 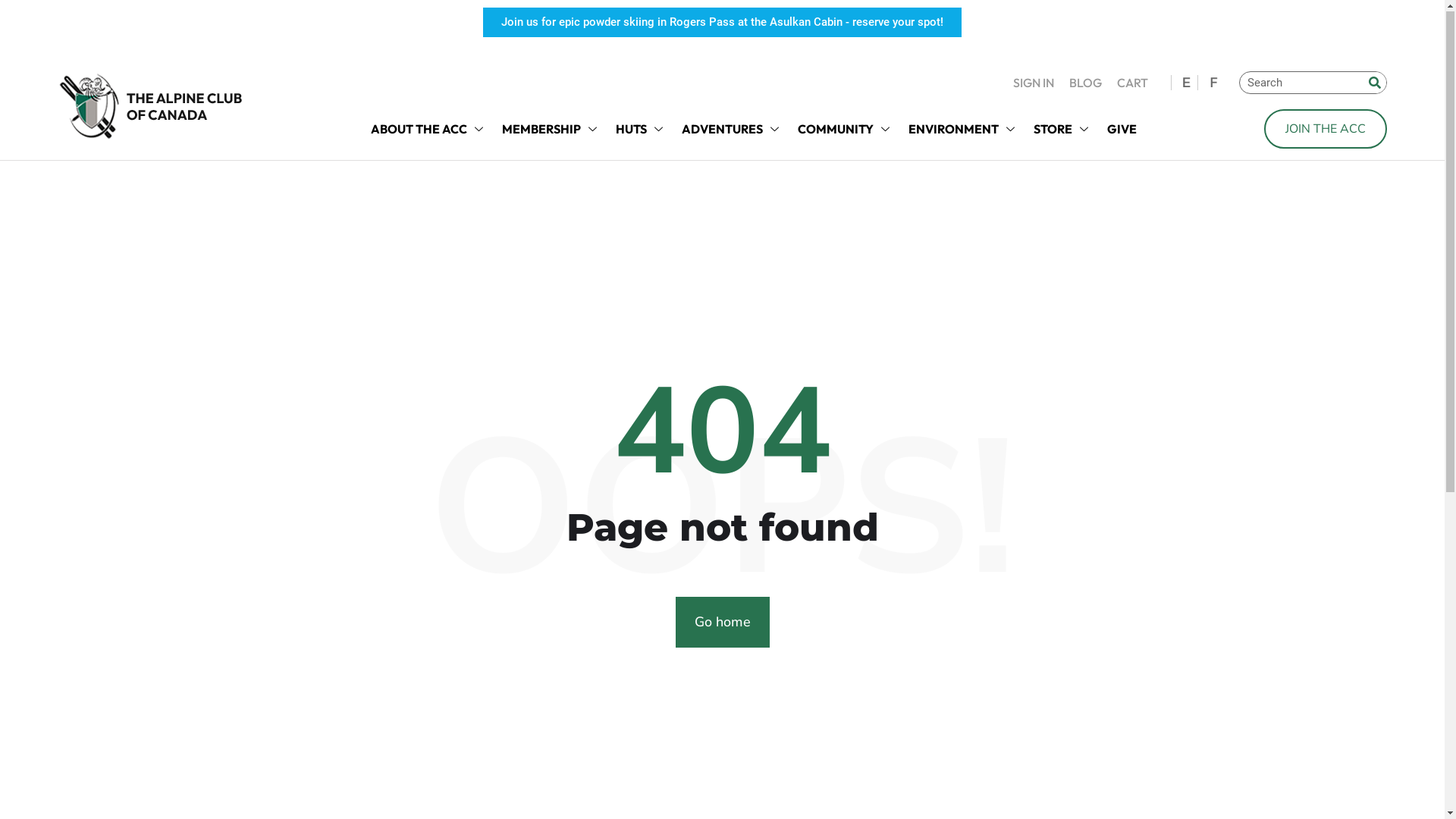 What do you see at coordinates (844, 129) in the screenshot?
I see `'COMMUNITY'` at bounding box center [844, 129].